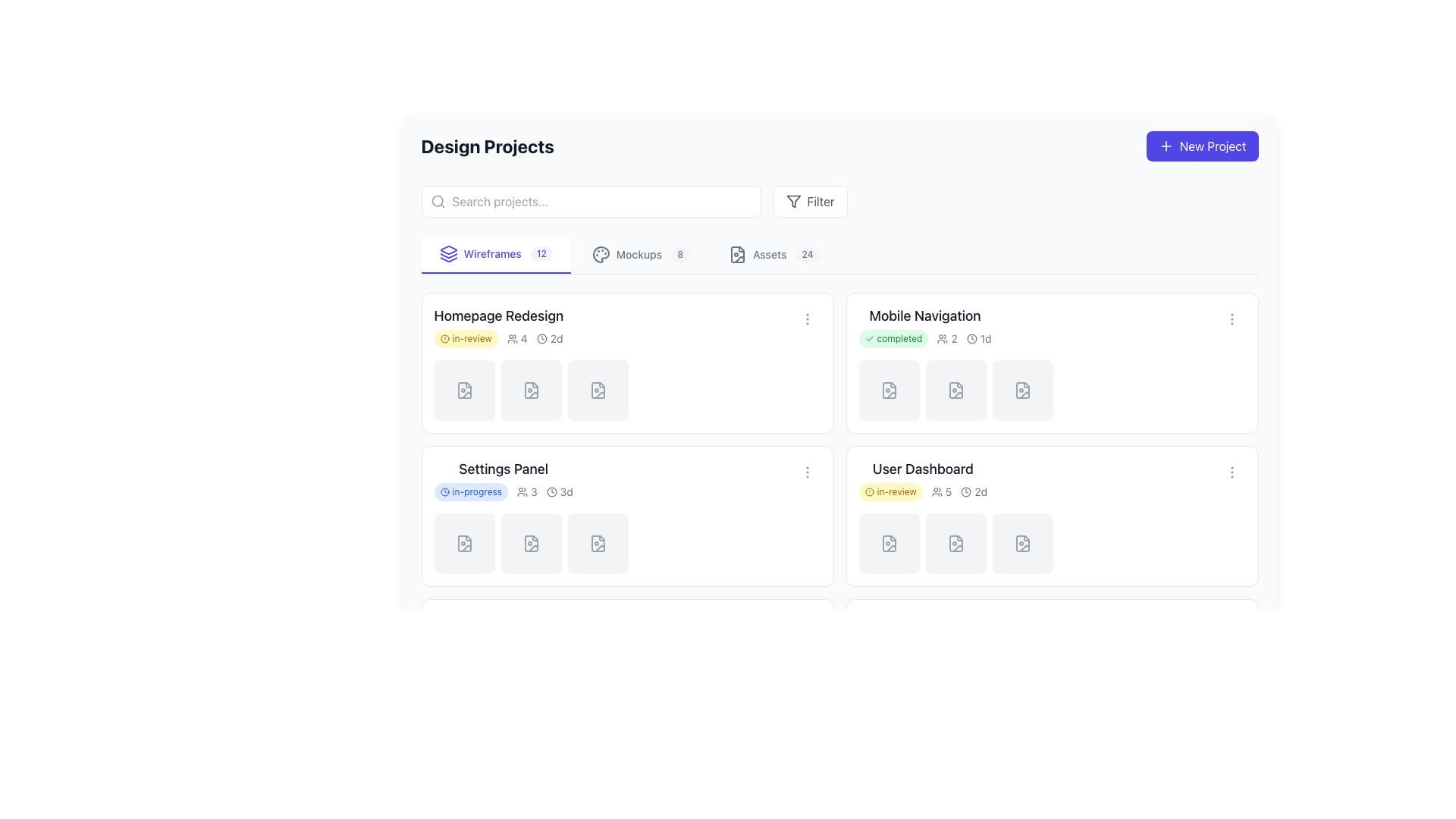  What do you see at coordinates (955, 390) in the screenshot?
I see `the file placeholder icon located under the 'Wireframes' tab, which is the third icon in the Mobile Navigation section's grid layout` at bounding box center [955, 390].